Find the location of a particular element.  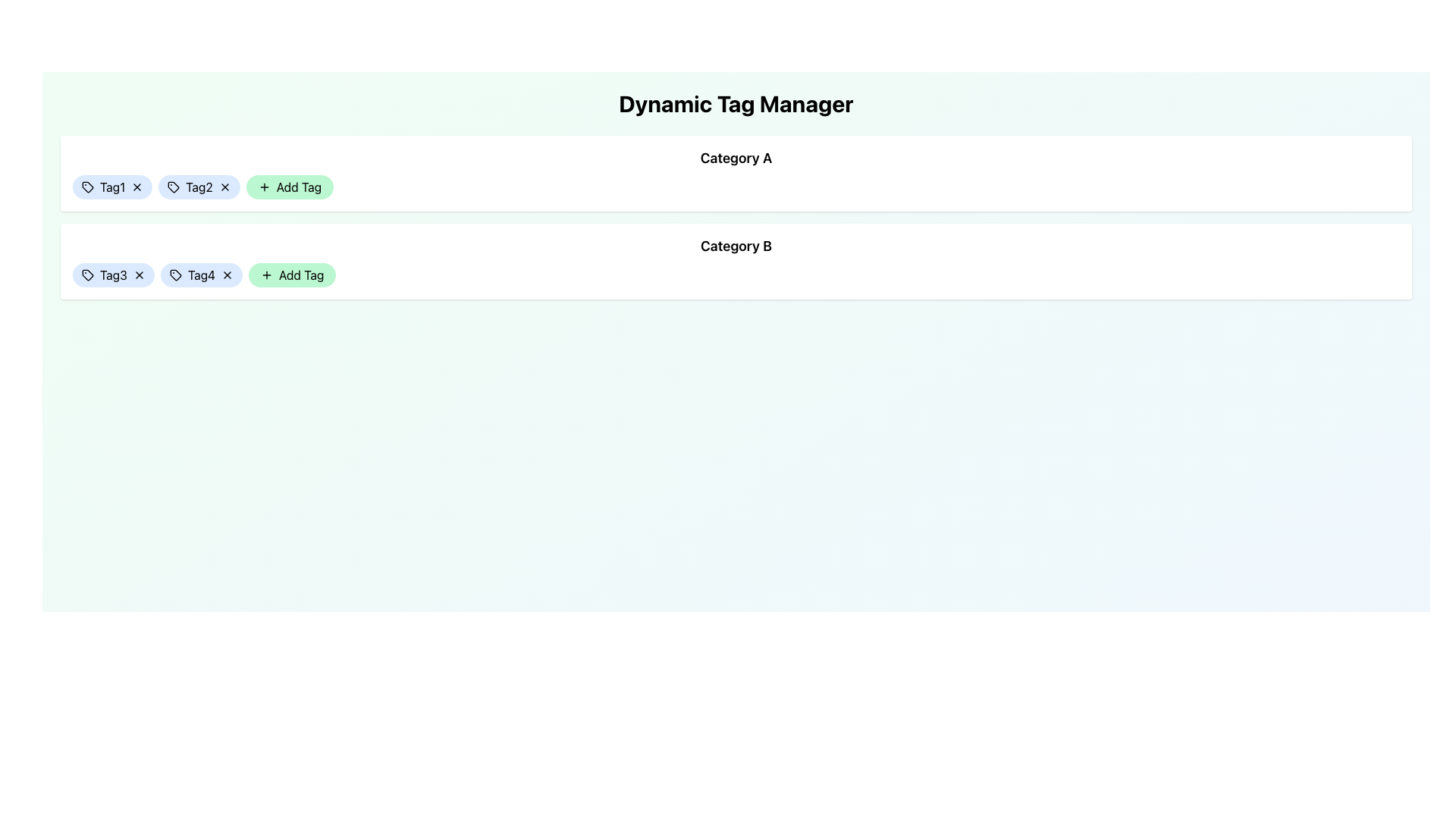

the second tag labeled under 'Category A' which is positioned between 'Tag1' and a close action icon to interact with it is located at coordinates (199, 186).